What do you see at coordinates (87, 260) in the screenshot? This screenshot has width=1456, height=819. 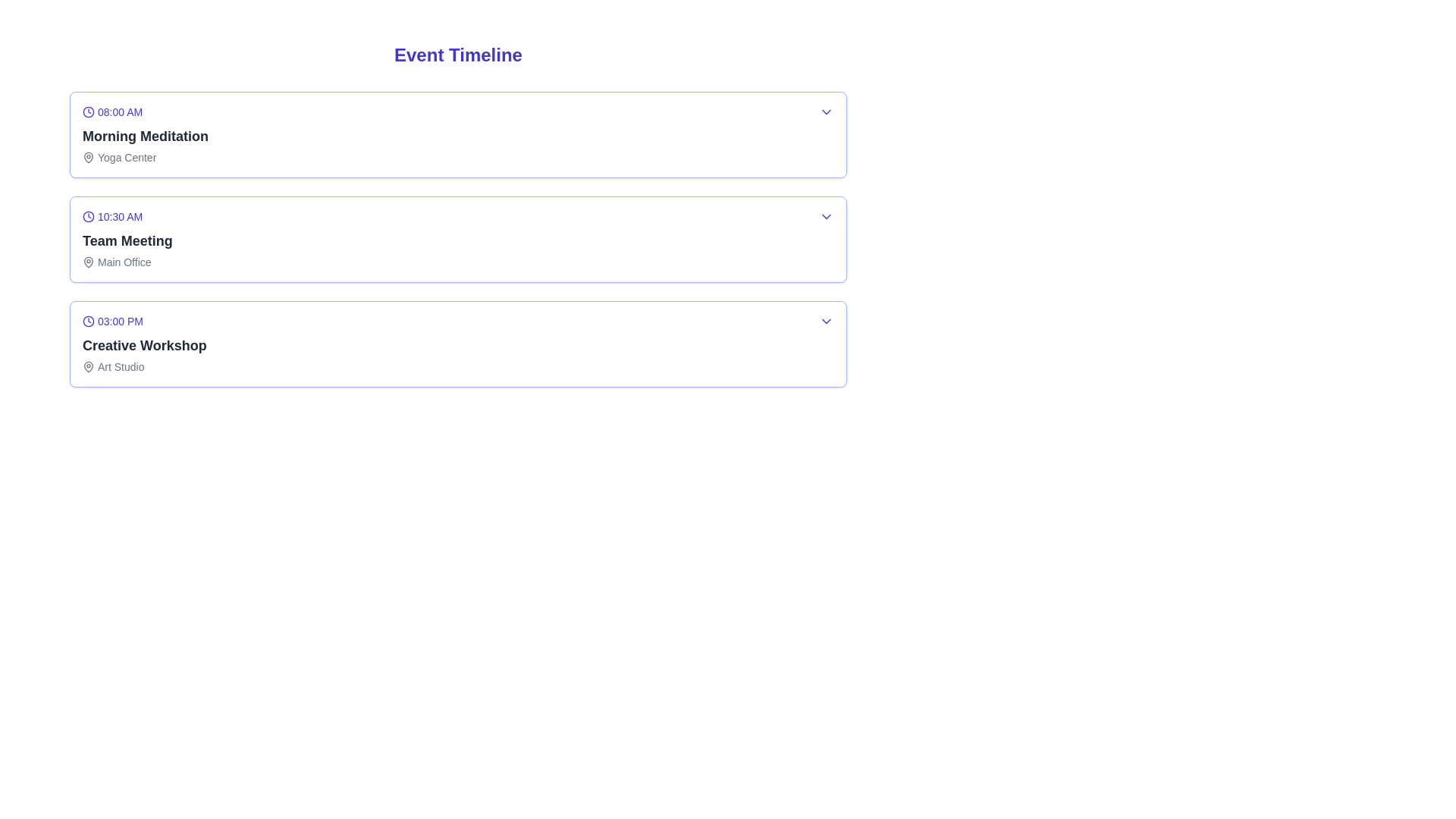 I see `the heart-like location indication icon adjacent to the text 'Main Office' in the second list item of the timeline display` at bounding box center [87, 260].